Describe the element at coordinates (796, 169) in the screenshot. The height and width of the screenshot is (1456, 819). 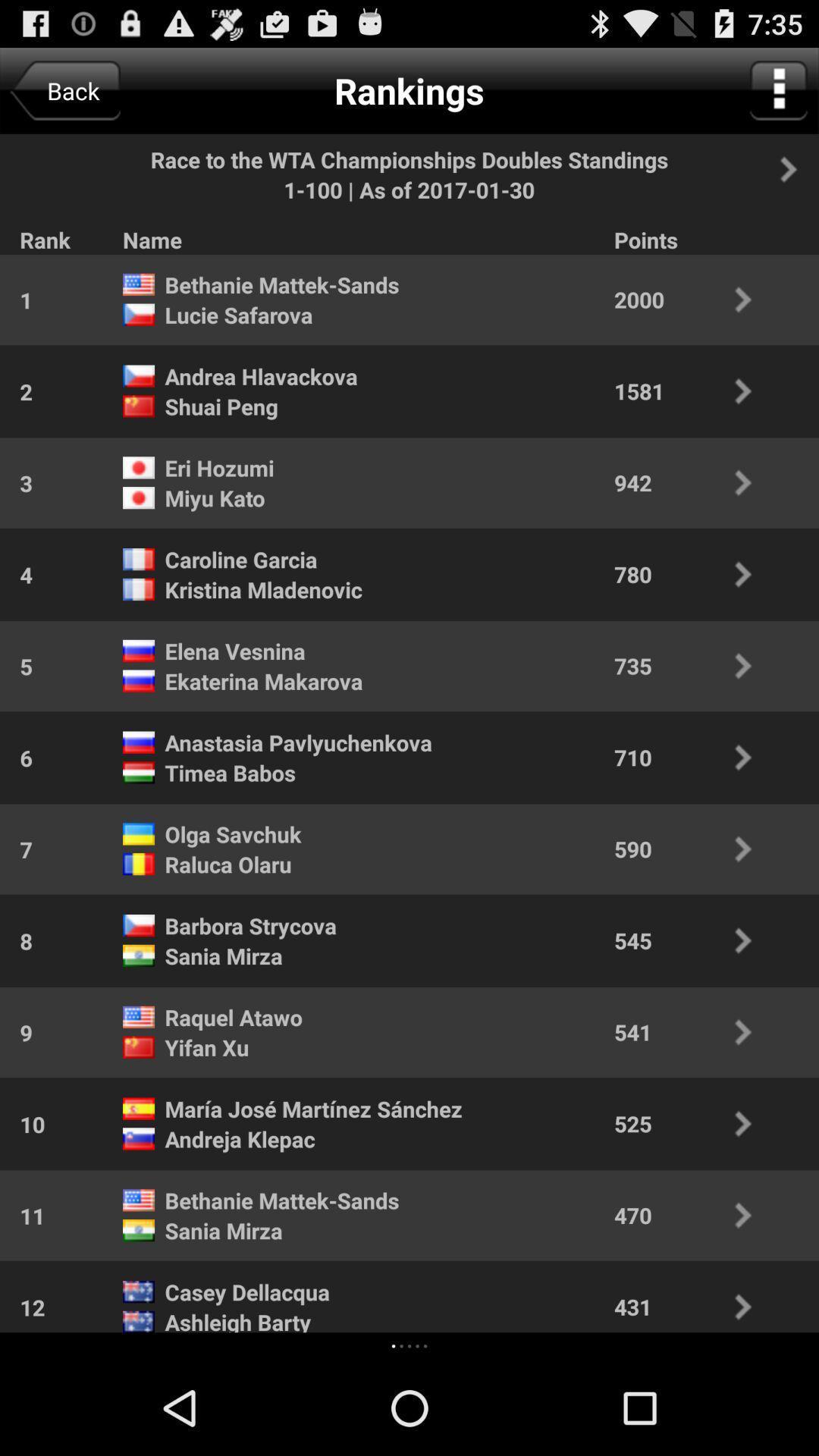
I see `going to next page` at that location.